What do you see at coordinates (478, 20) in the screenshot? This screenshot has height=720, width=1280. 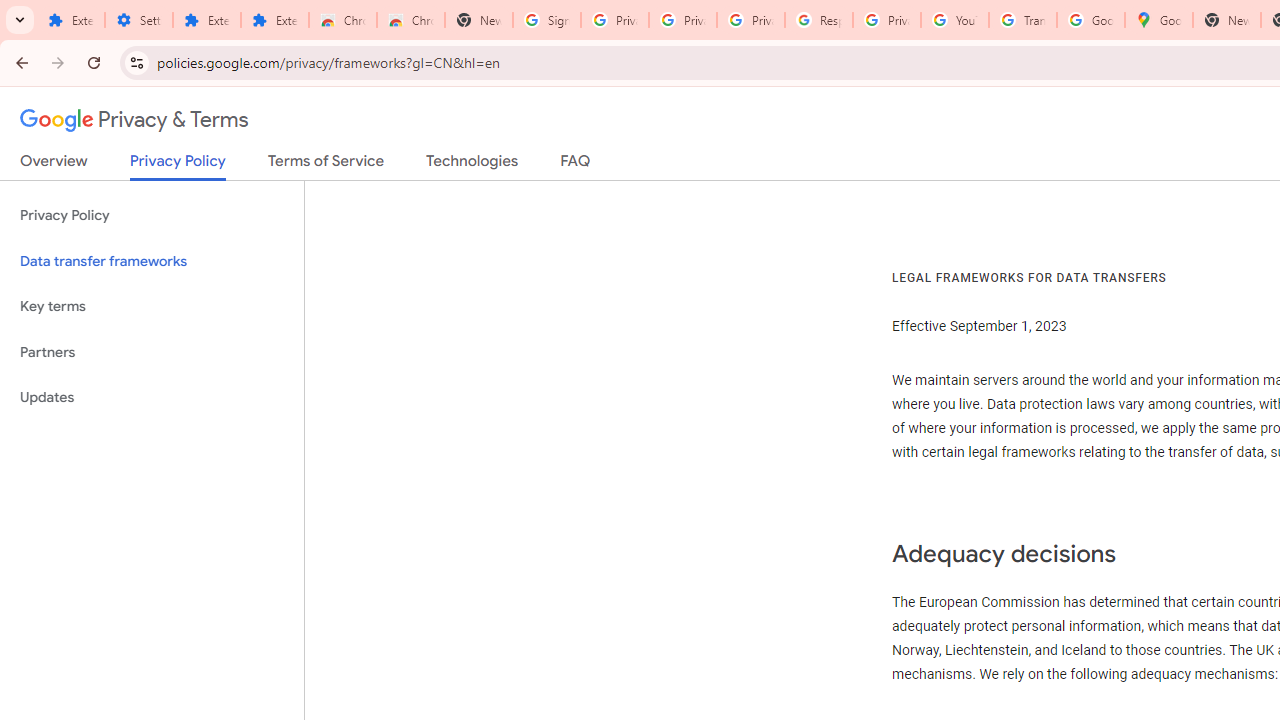 I see `'New Tab'` at bounding box center [478, 20].